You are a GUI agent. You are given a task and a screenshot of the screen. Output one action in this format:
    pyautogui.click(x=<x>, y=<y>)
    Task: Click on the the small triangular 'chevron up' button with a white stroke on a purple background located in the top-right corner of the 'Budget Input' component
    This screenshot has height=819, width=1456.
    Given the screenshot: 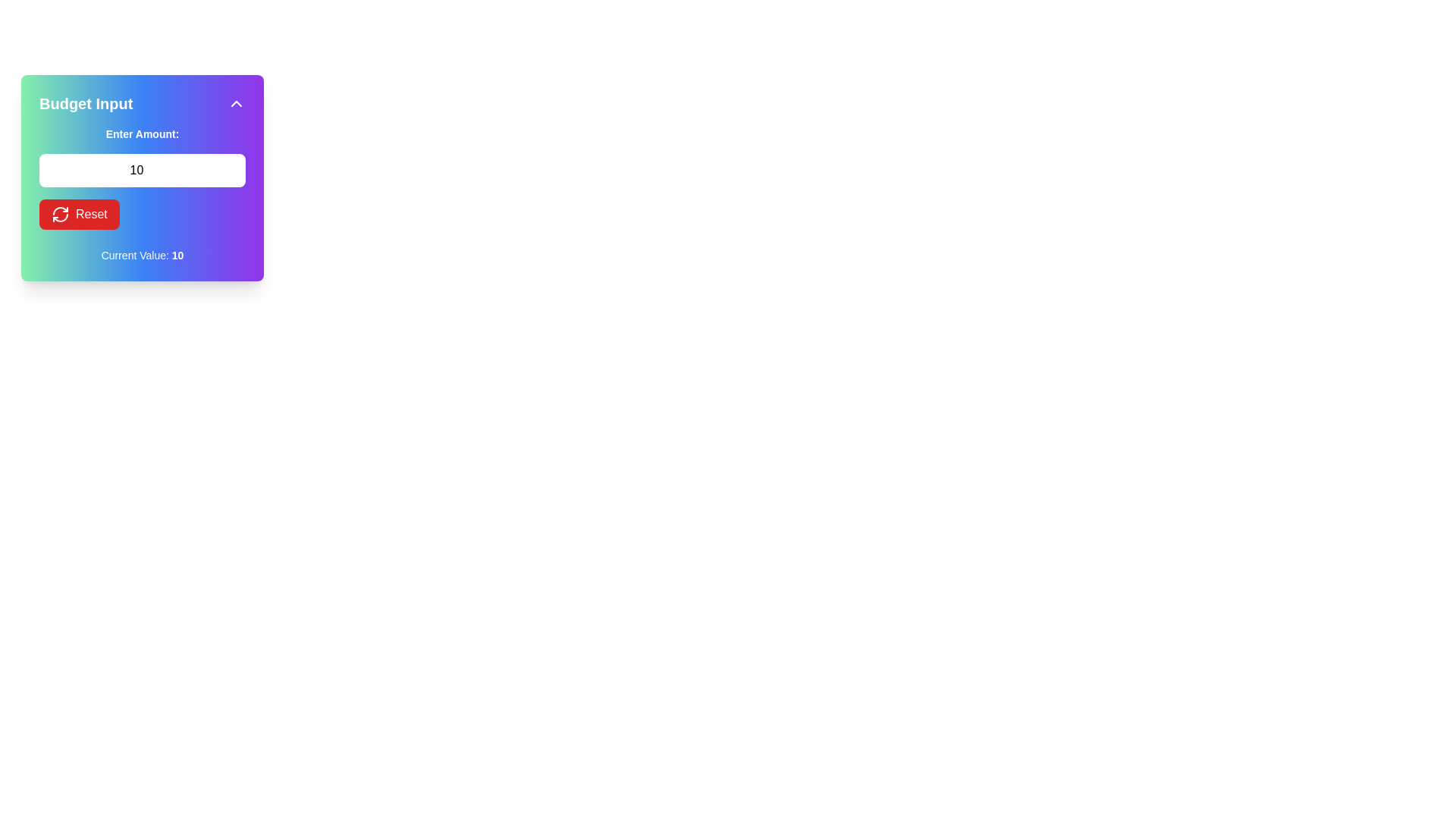 What is the action you would take?
    pyautogui.click(x=236, y=103)
    